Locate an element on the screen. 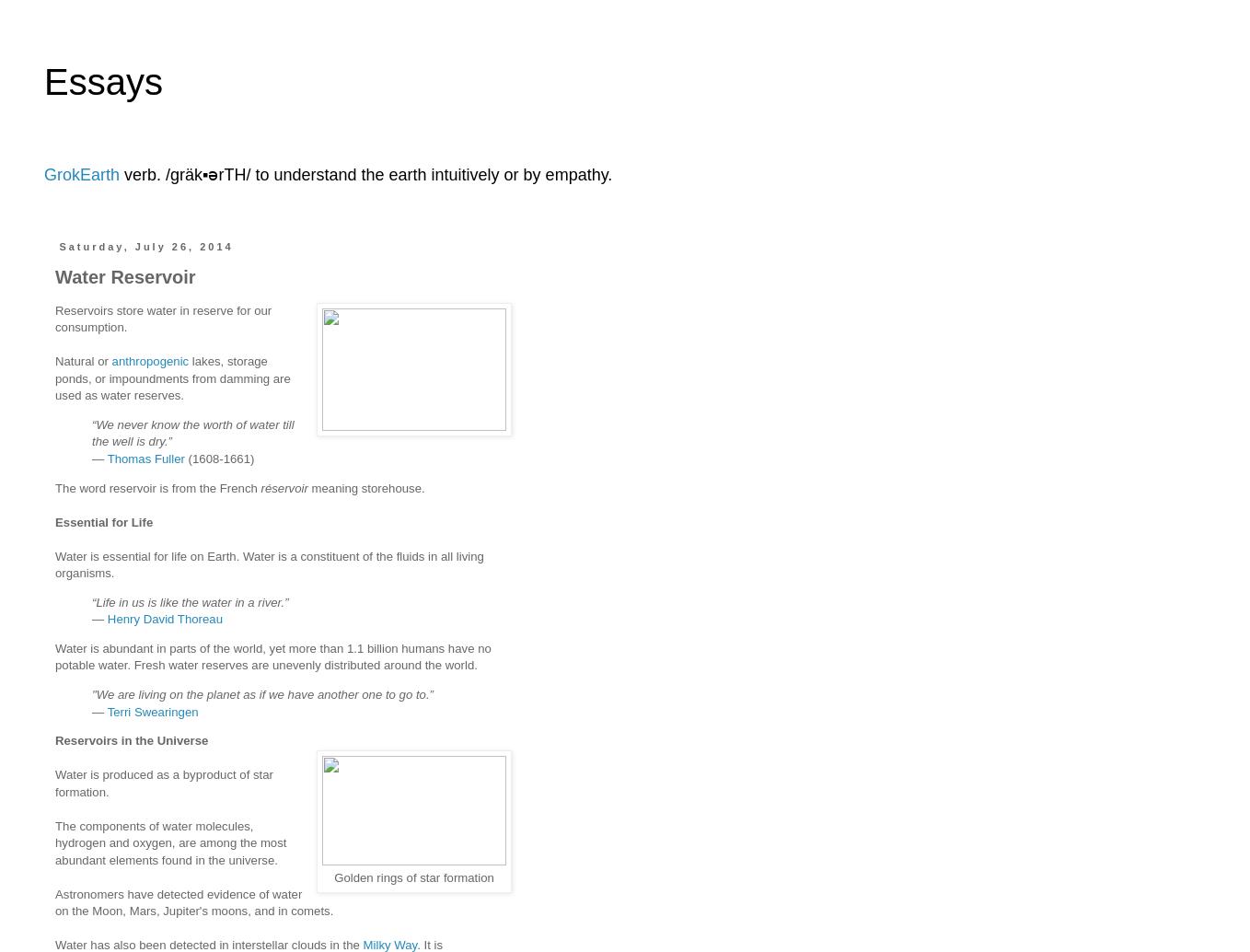 This screenshot has width=1250, height=952. 'meaning storehouse.' is located at coordinates (365, 487).